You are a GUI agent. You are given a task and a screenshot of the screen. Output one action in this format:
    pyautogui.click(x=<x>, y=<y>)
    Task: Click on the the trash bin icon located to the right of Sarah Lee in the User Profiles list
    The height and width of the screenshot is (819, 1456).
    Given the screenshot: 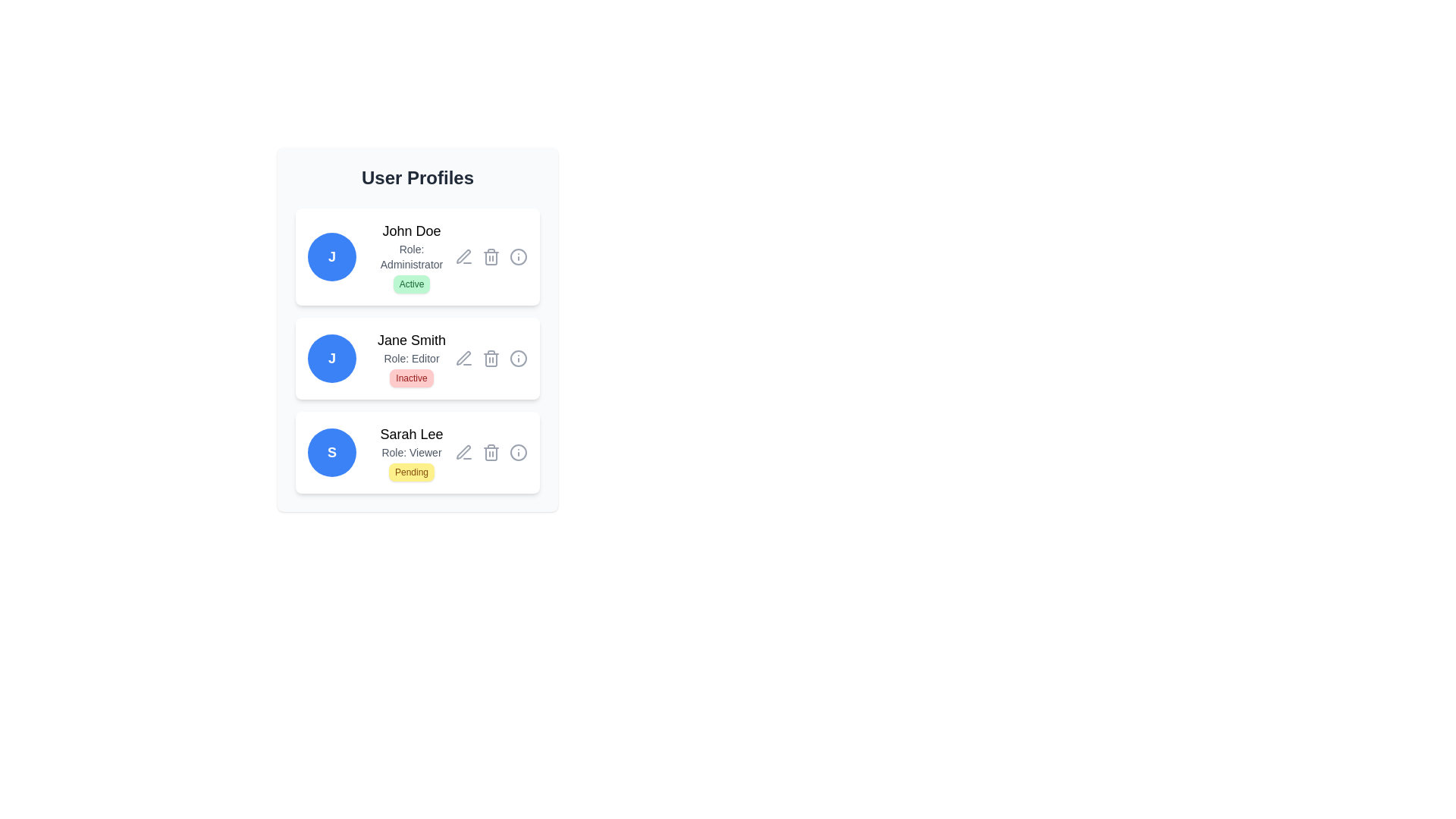 What is the action you would take?
    pyautogui.click(x=491, y=452)
    